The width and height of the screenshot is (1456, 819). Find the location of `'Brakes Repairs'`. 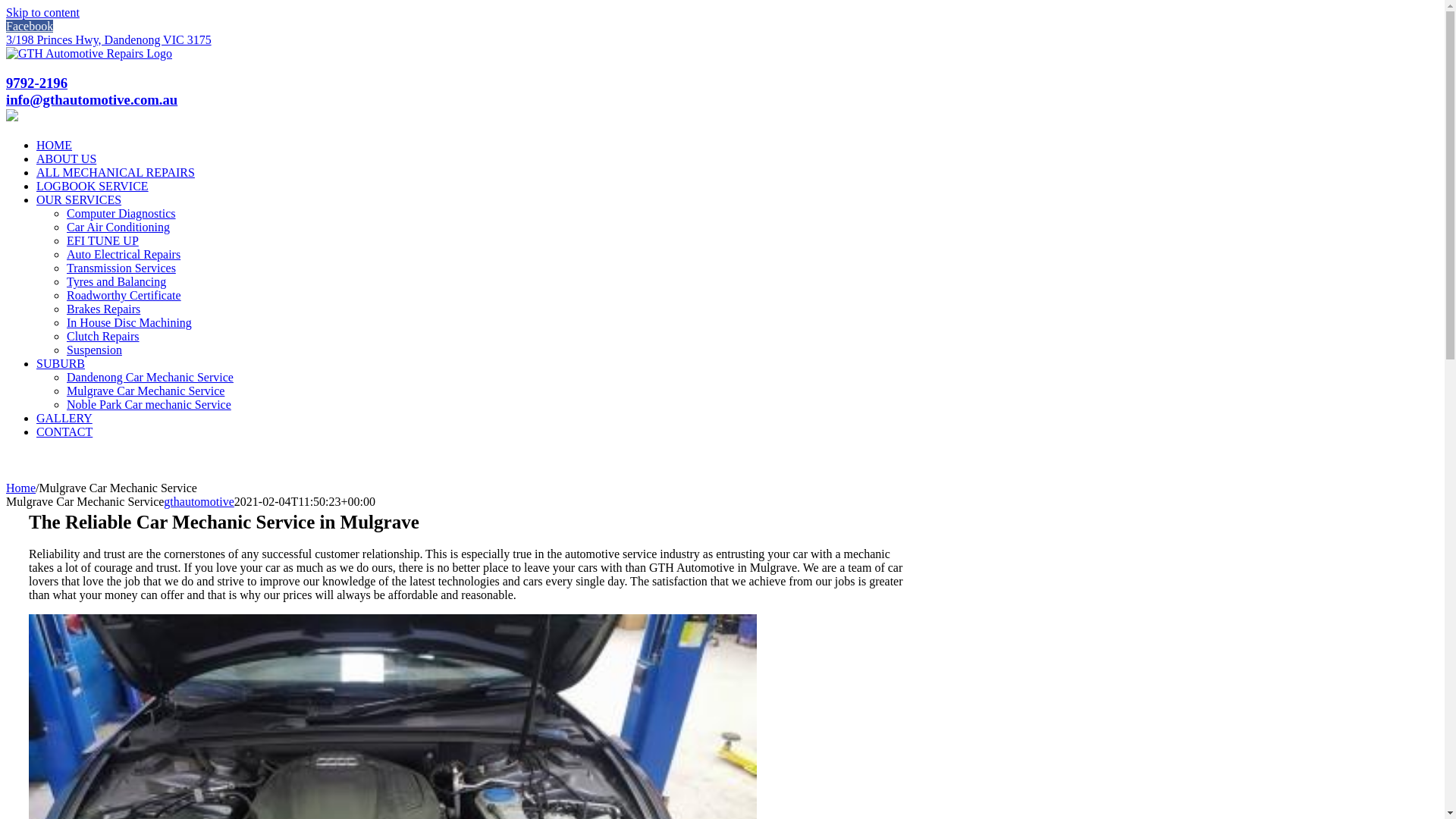

'Brakes Repairs' is located at coordinates (65, 308).